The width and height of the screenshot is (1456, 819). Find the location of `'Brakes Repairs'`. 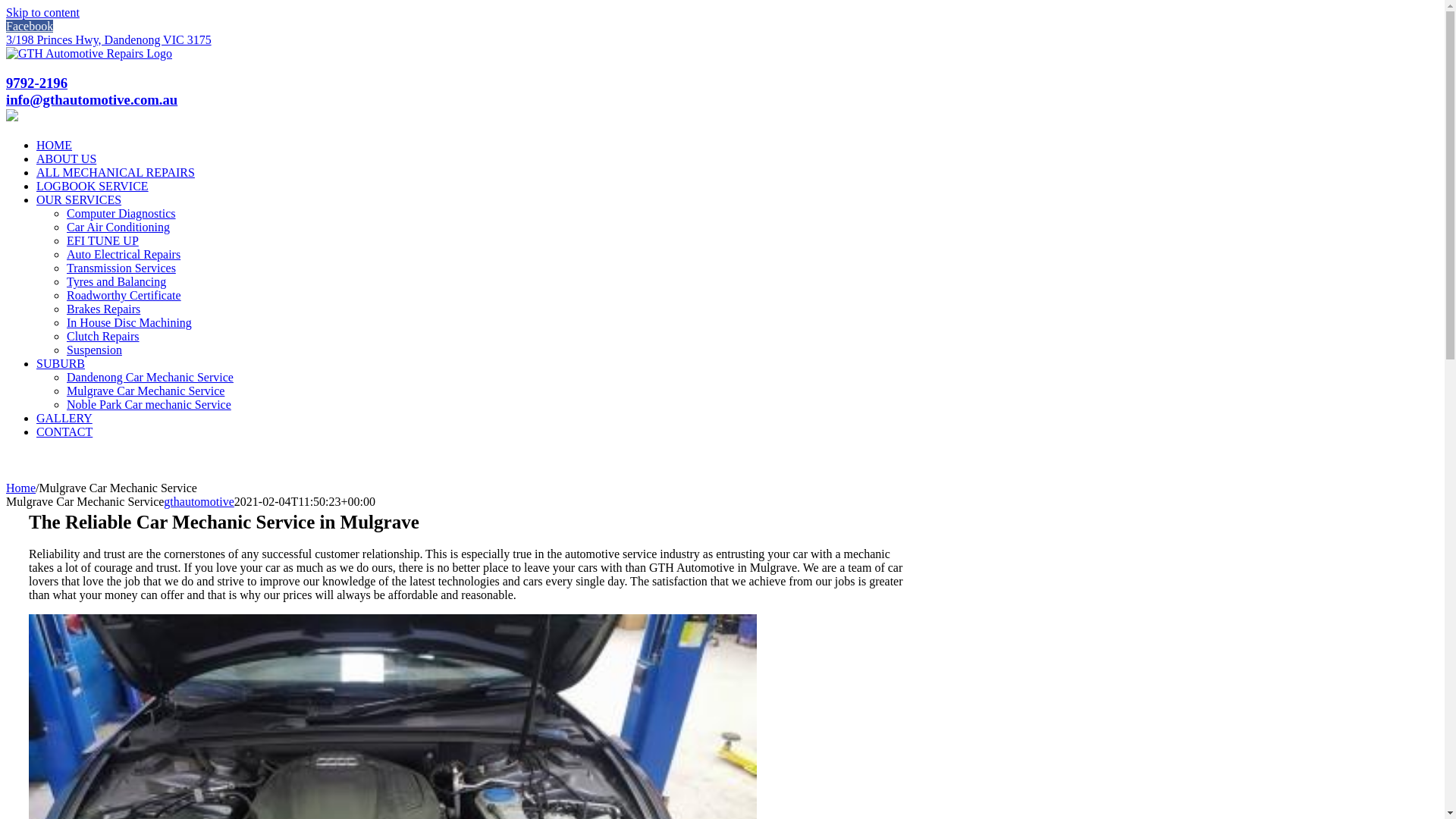

'Brakes Repairs' is located at coordinates (65, 308).